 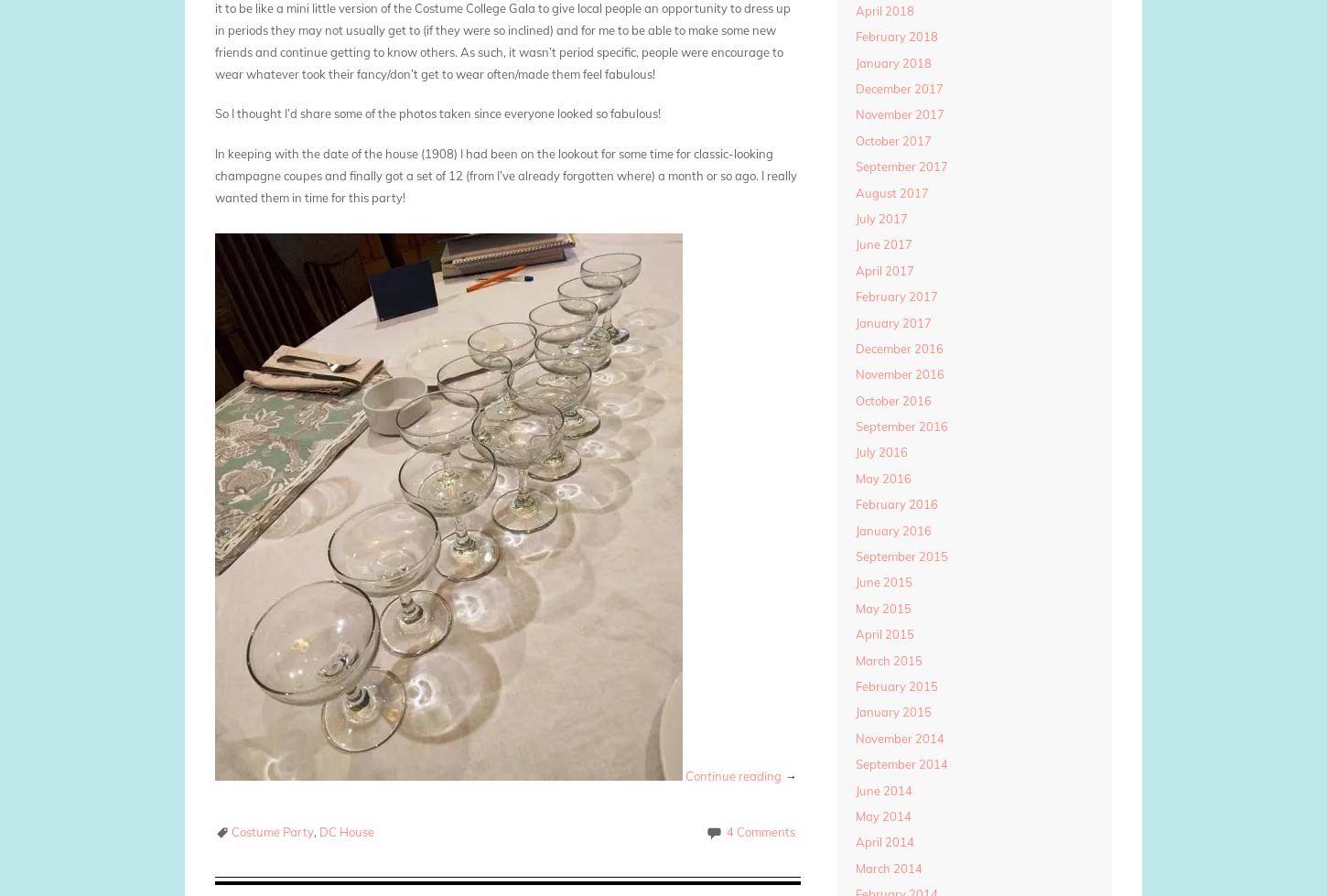 I want to click on 'May 2014', so click(x=881, y=814).